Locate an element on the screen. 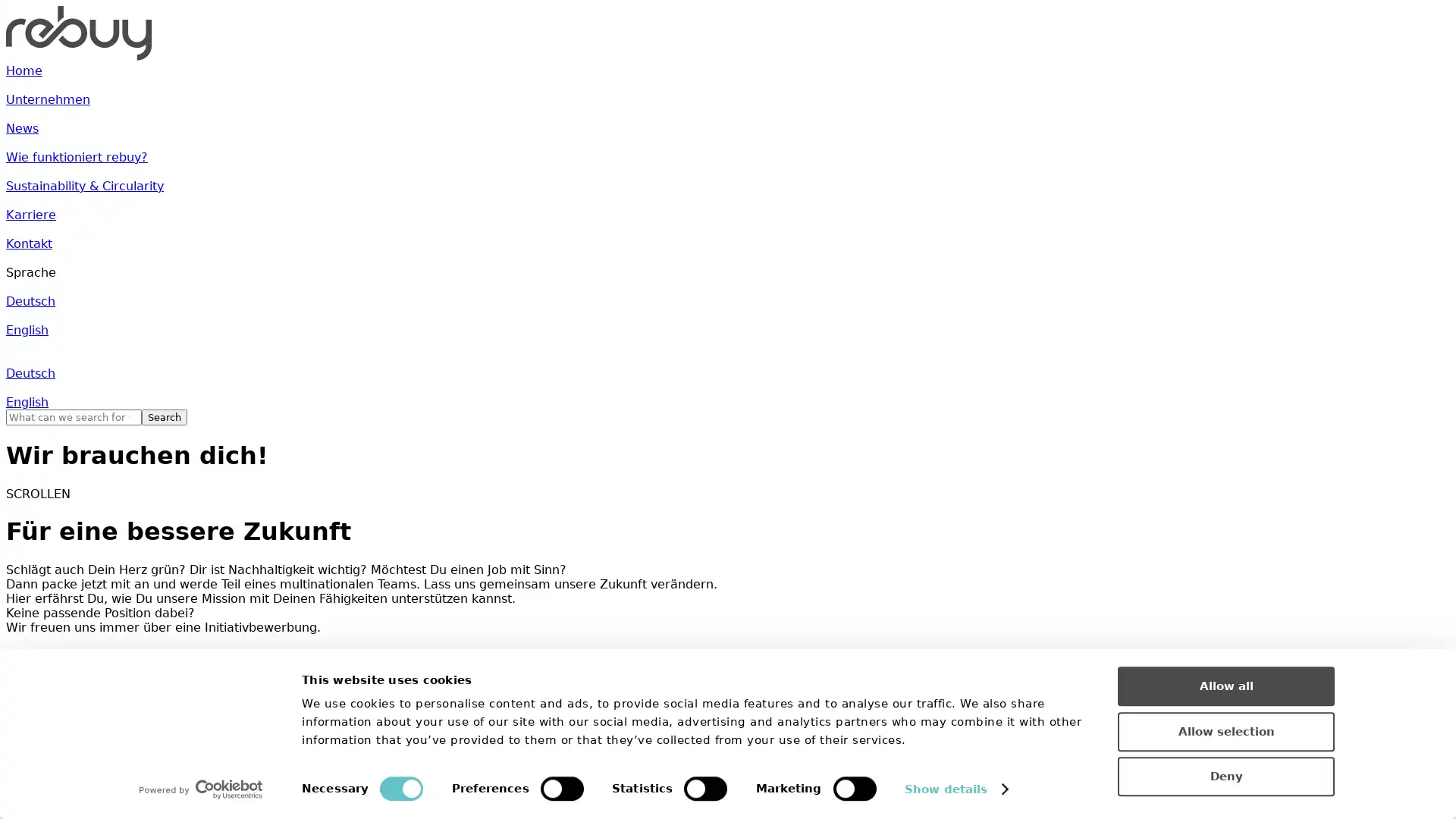 The width and height of the screenshot is (1456, 819). Allow all is located at coordinates (1226, 678).